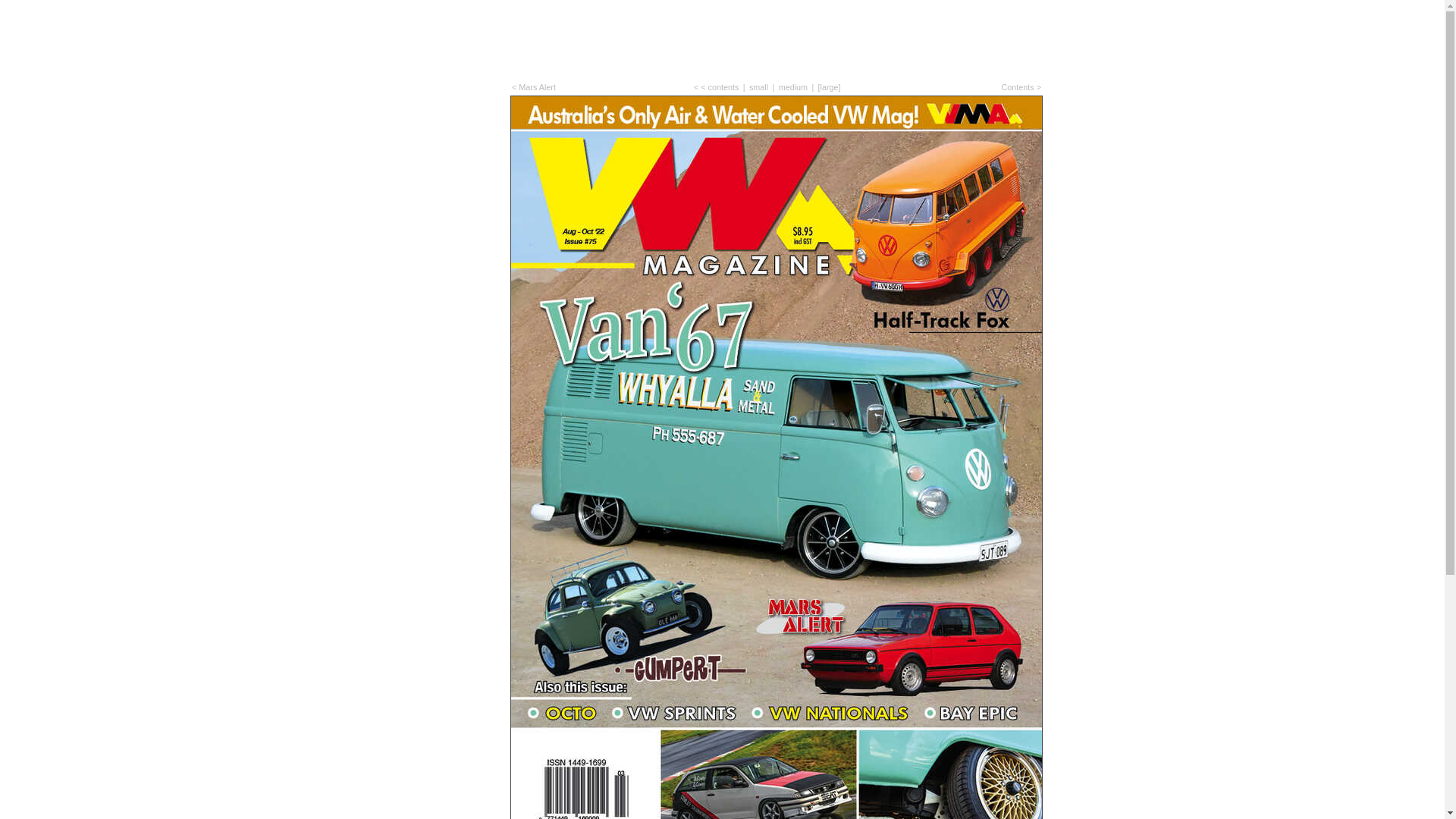  What do you see at coordinates (829, 87) in the screenshot?
I see `'[large]'` at bounding box center [829, 87].